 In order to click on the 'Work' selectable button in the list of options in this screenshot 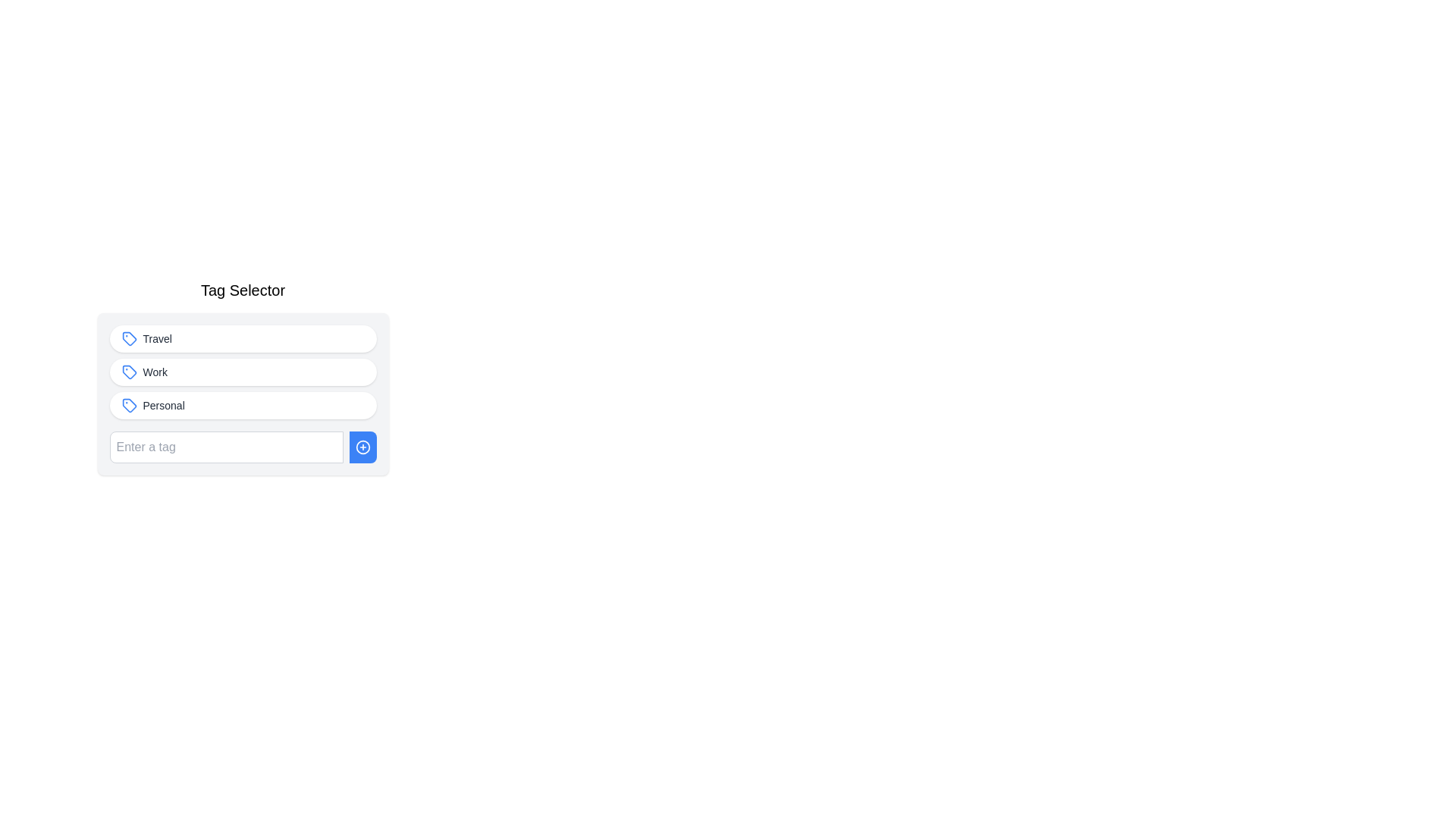, I will do `click(243, 372)`.